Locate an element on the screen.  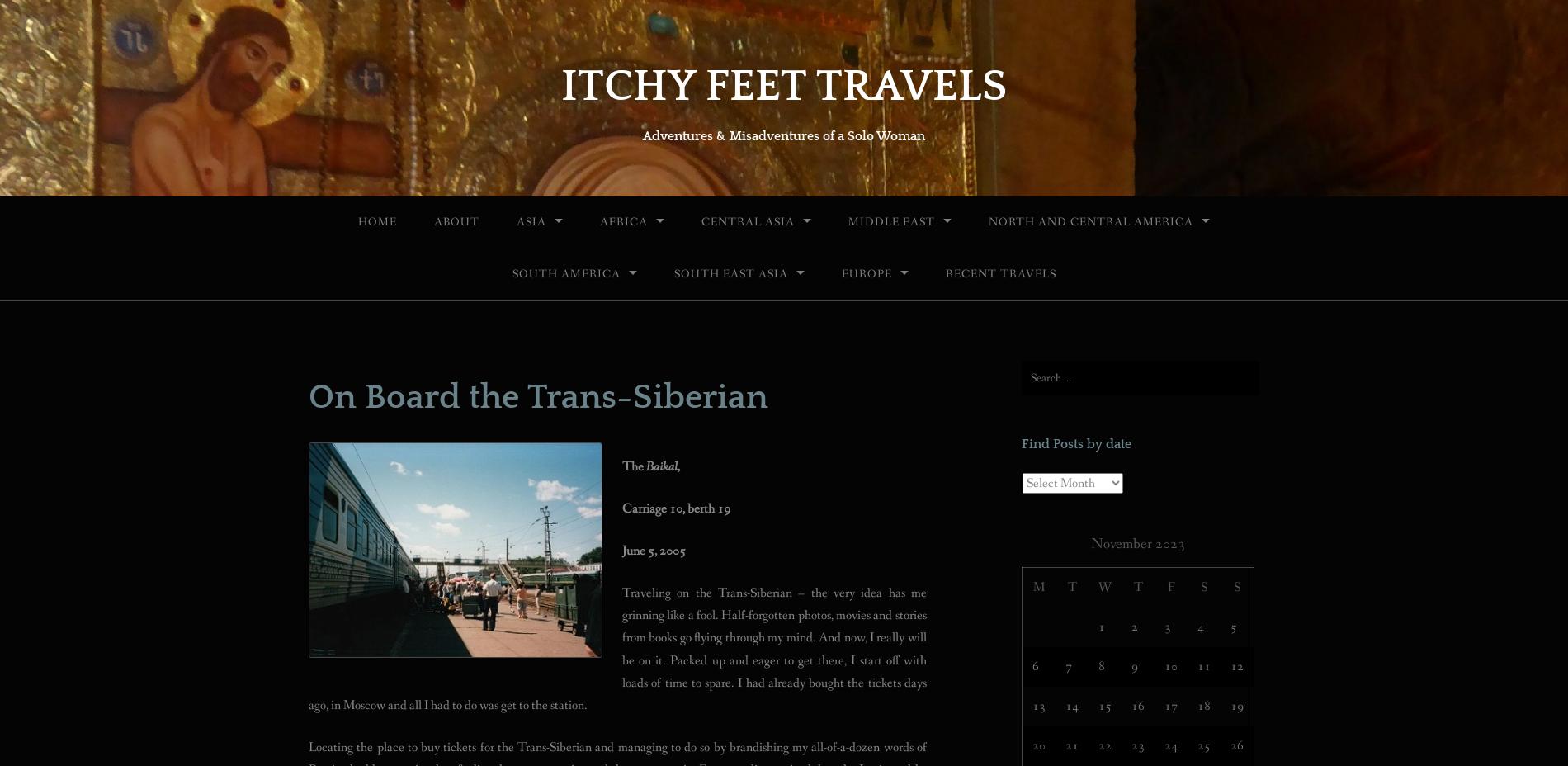
'8' is located at coordinates (1100, 664).